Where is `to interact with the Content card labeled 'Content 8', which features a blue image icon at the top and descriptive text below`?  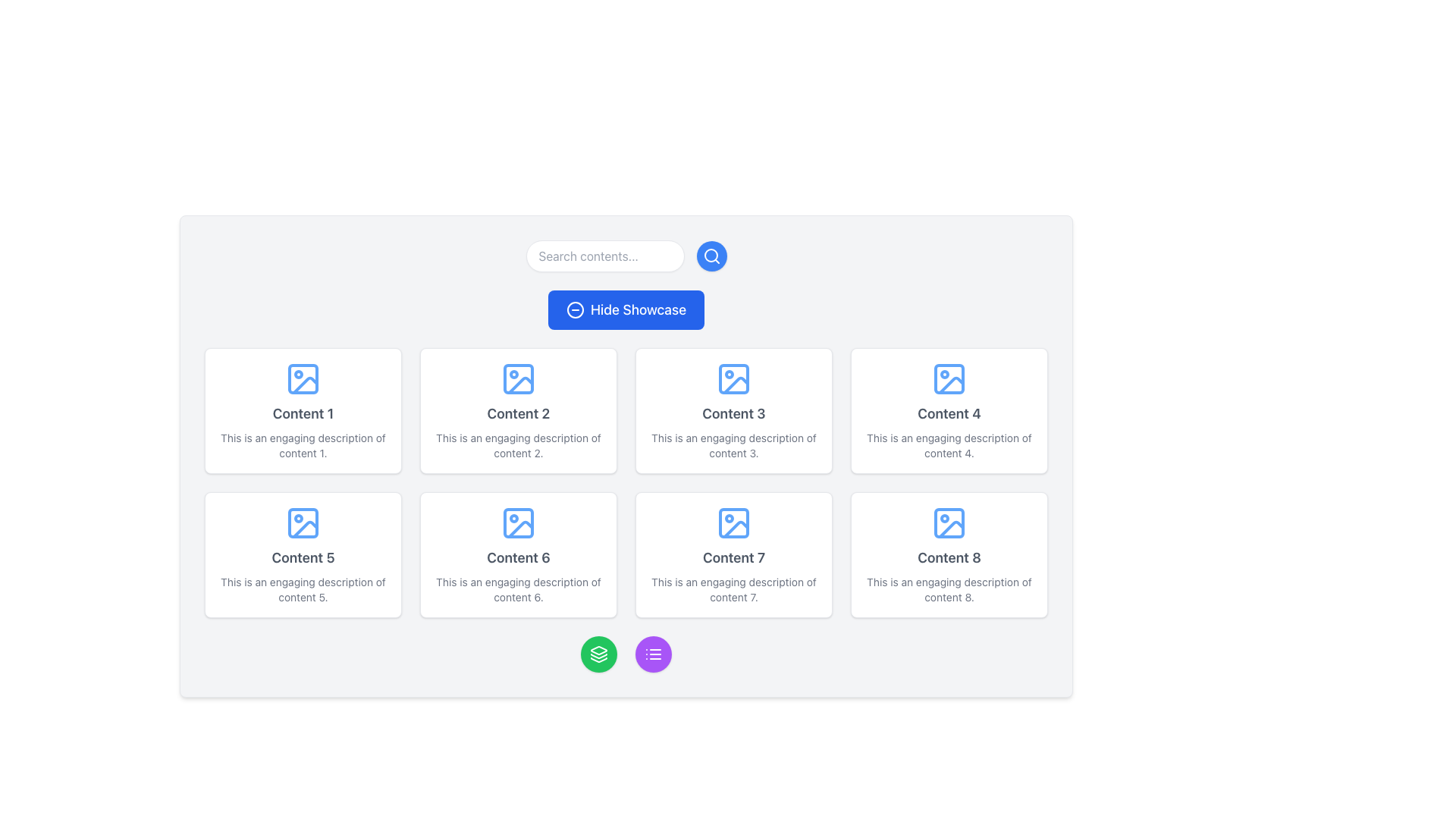
to interact with the Content card labeled 'Content 8', which features a blue image icon at the top and descriptive text below is located at coordinates (949, 555).